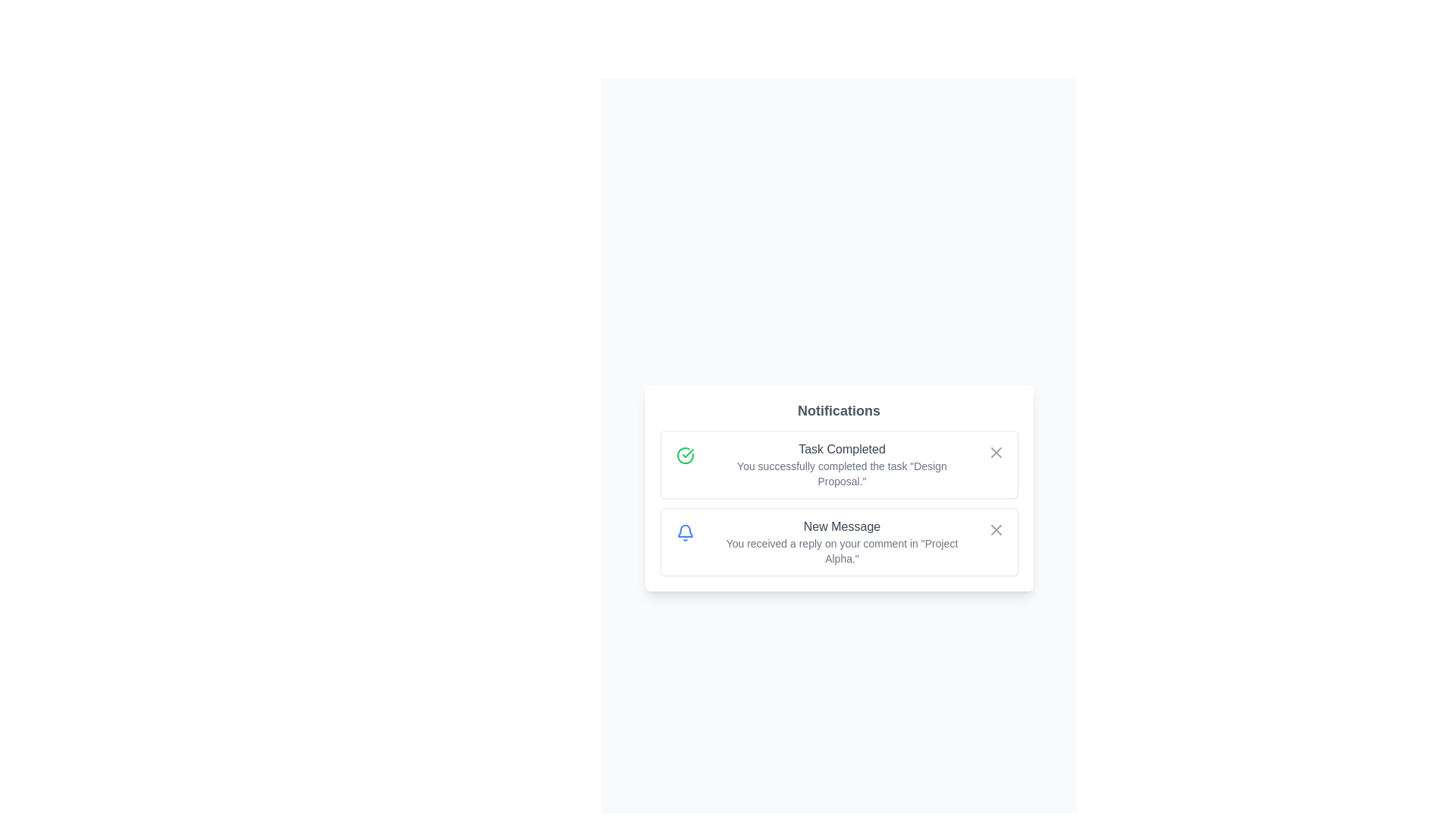 The height and width of the screenshot is (819, 1456). Describe the element at coordinates (841, 464) in the screenshot. I see `the notification text to select it` at that location.